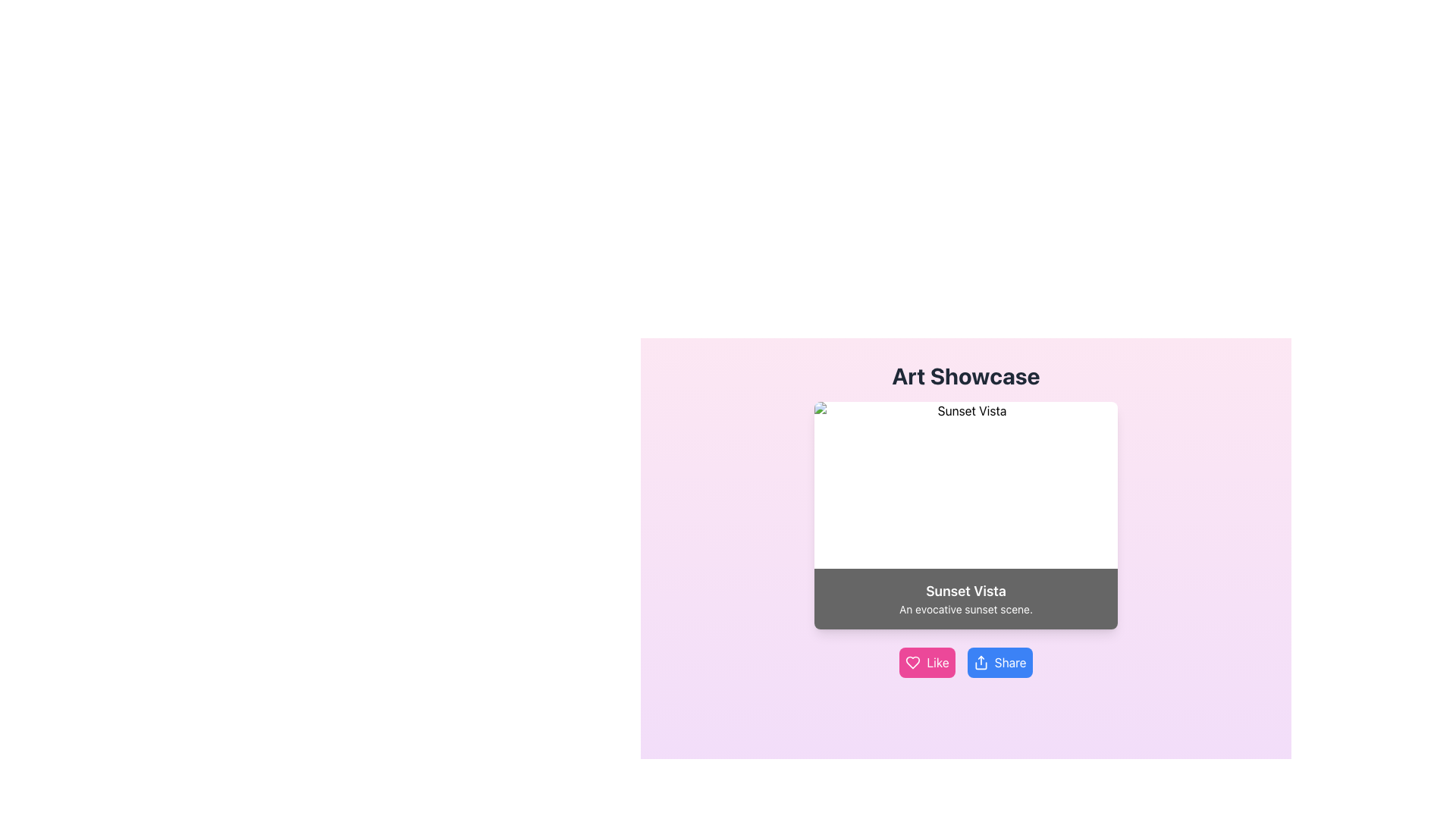 The height and width of the screenshot is (819, 1456). What do you see at coordinates (927, 662) in the screenshot?
I see `the 'Like' button, which is the first button in the horizontal group located under the artwork description` at bounding box center [927, 662].